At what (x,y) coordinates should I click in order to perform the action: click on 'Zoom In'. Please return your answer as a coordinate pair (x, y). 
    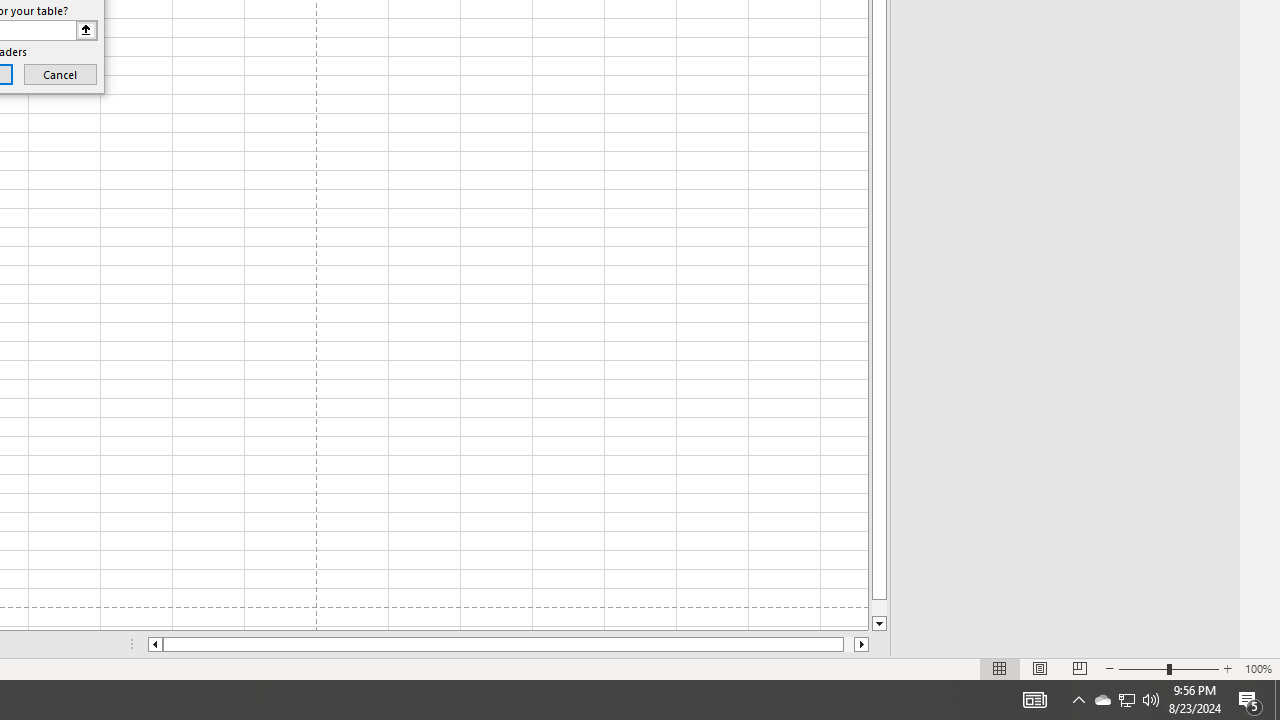
    Looking at the image, I should click on (1226, 669).